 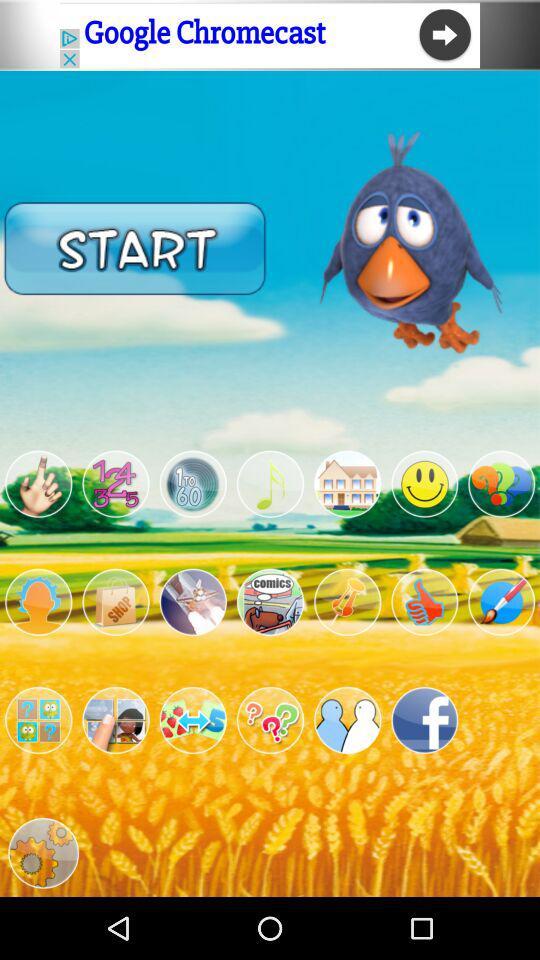 What do you see at coordinates (423, 517) in the screenshot?
I see `the emoji icon` at bounding box center [423, 517].